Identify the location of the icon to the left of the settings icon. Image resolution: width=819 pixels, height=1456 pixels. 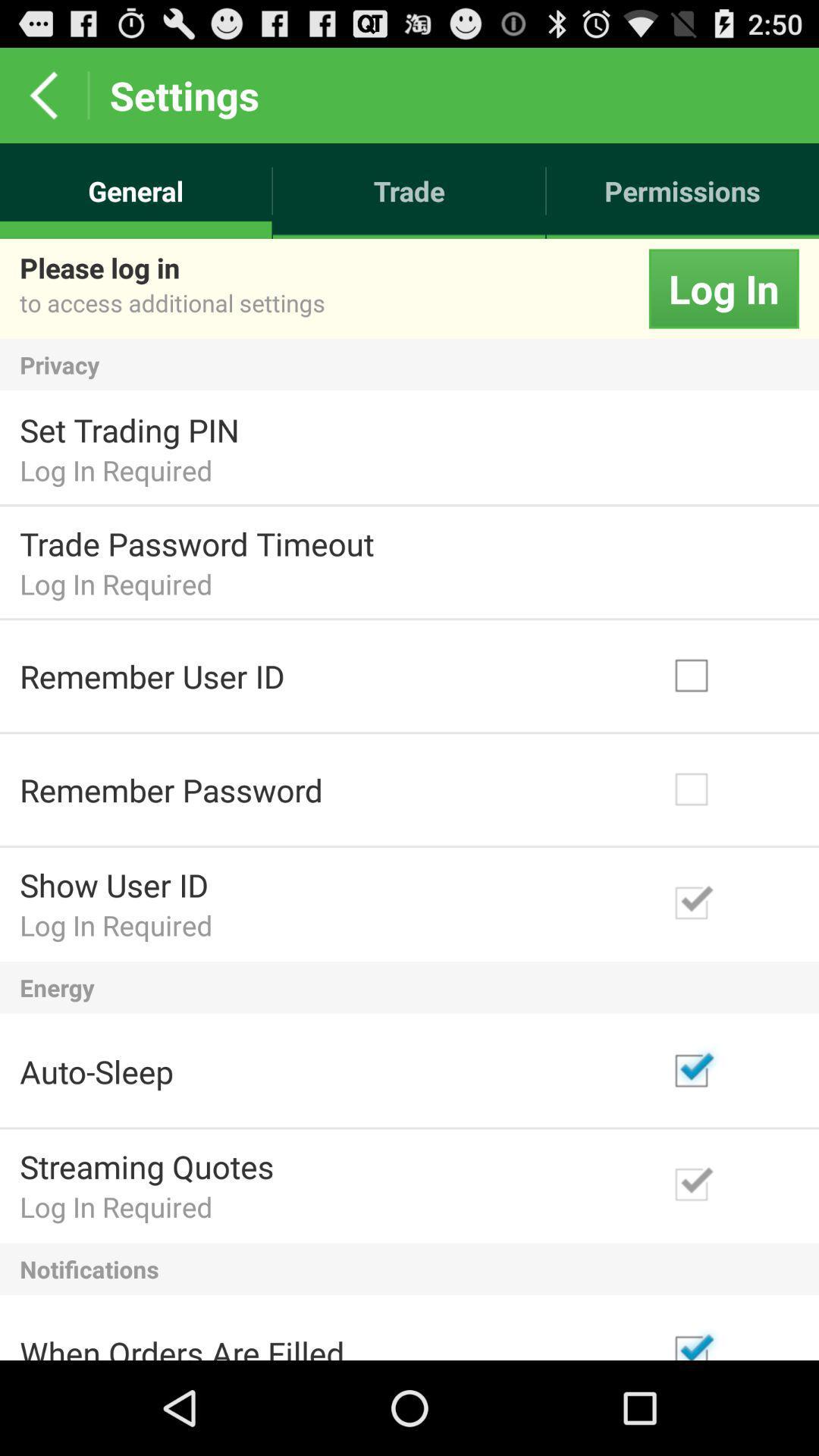
(42, 94).